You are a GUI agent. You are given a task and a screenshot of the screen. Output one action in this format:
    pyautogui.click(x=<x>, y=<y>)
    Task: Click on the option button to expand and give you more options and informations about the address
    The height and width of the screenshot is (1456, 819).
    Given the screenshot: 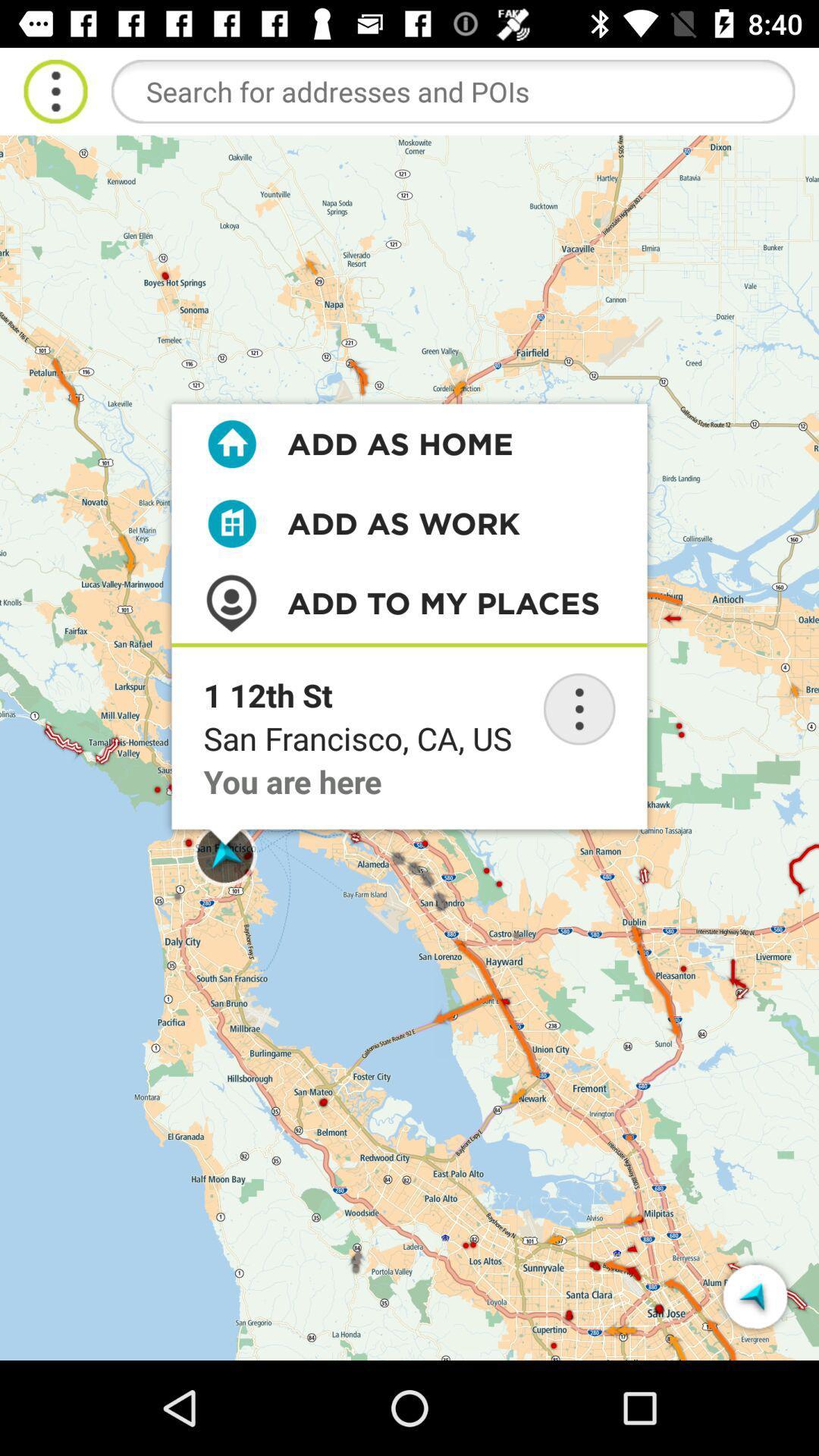 What is the action you would take?
    pyautogui.click(x=579, y=708)
    